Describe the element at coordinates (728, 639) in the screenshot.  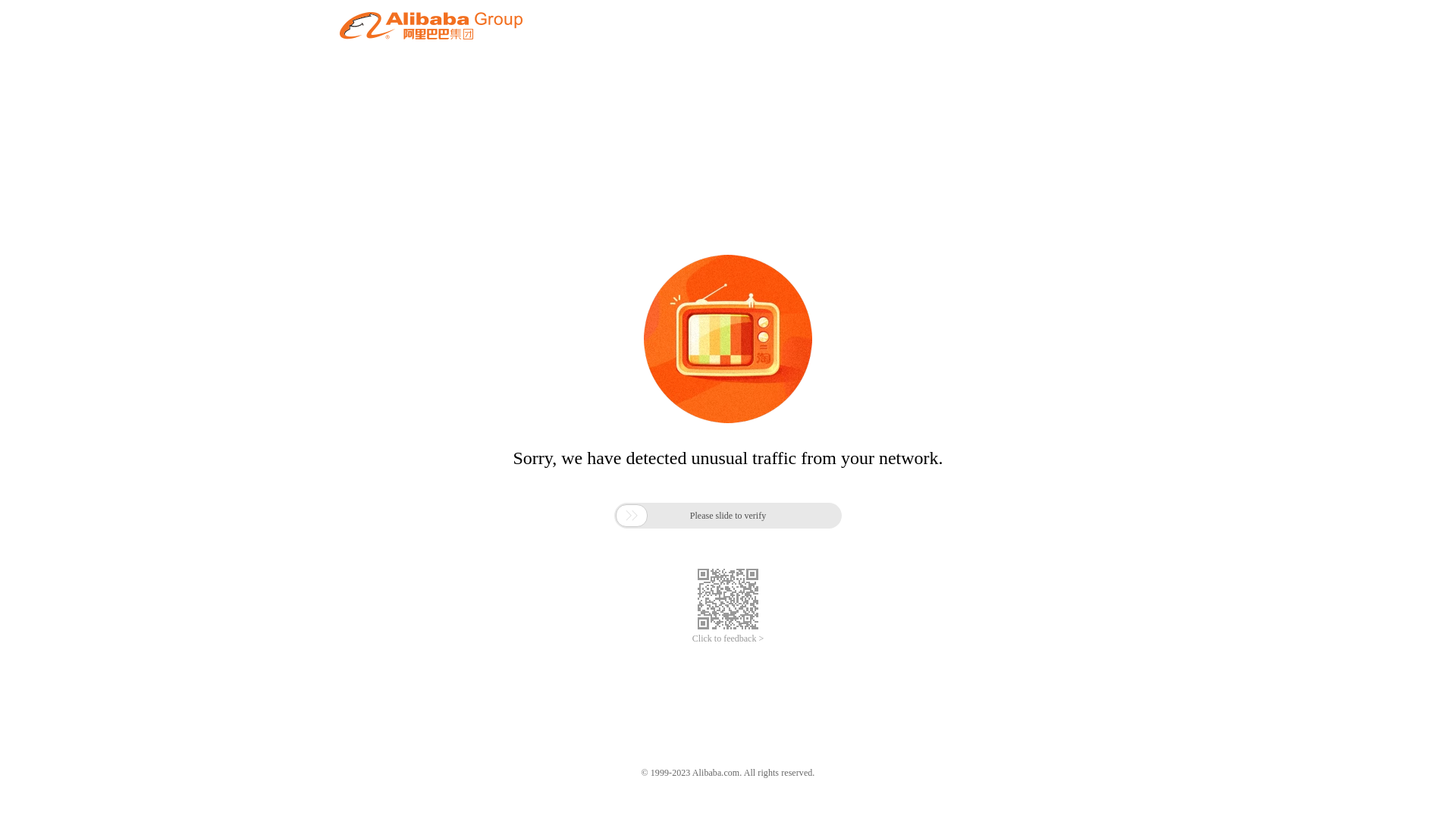
I see `'Click to feedback >'` at that location.